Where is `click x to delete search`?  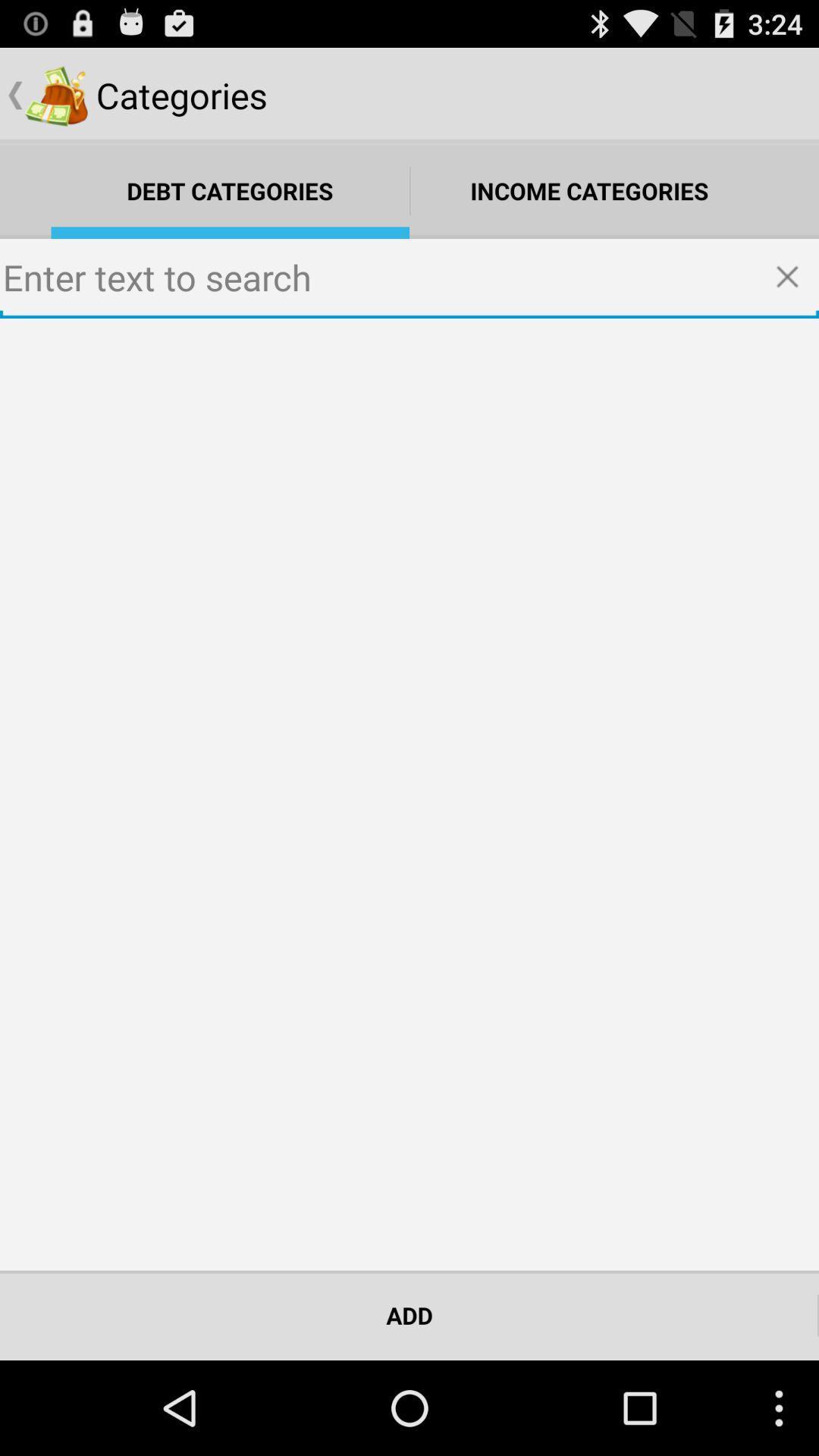
click x to delete search is located at coordinates (792, 278).